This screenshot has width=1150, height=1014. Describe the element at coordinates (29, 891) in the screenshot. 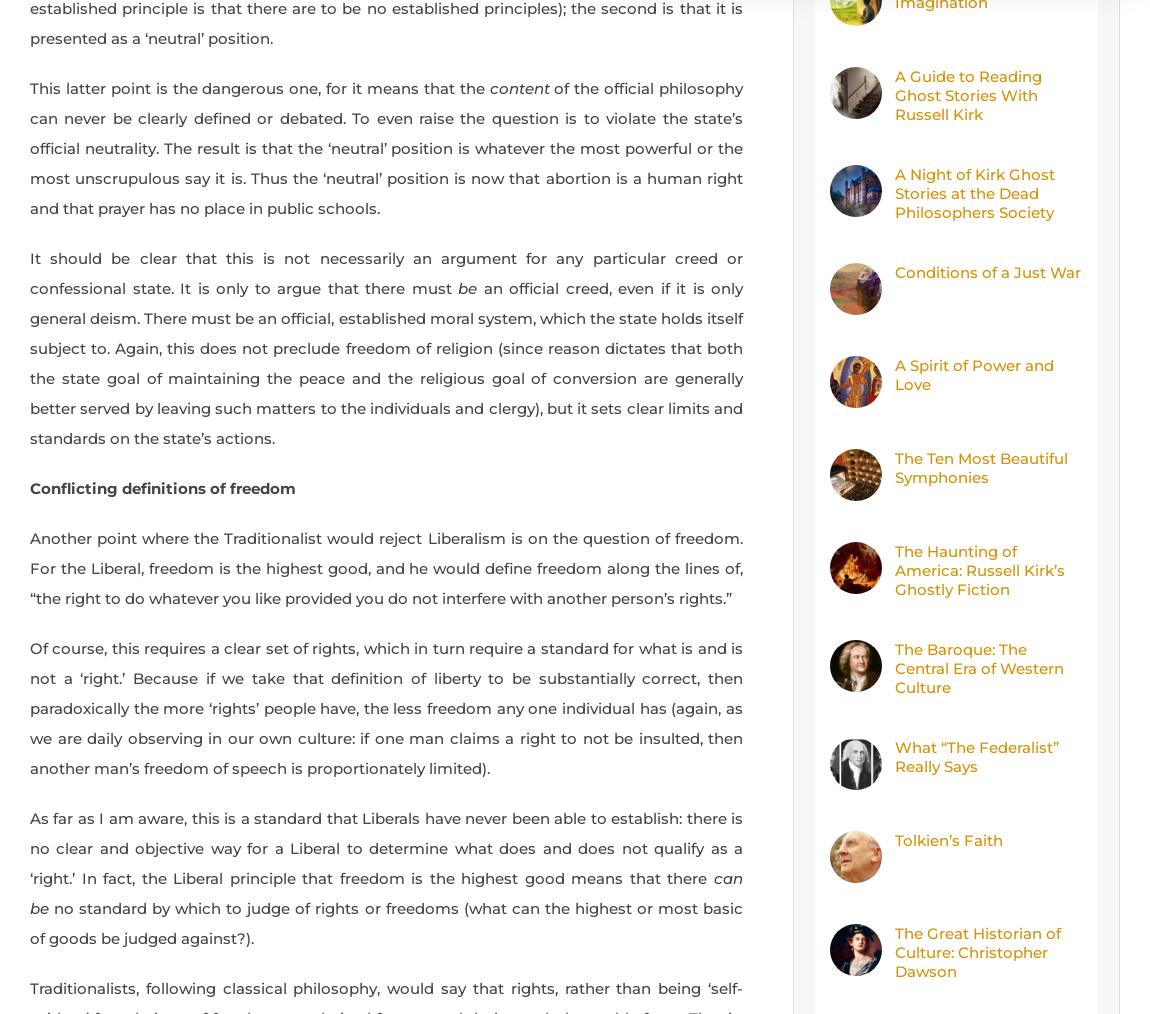

I see `'can be'` at that location.